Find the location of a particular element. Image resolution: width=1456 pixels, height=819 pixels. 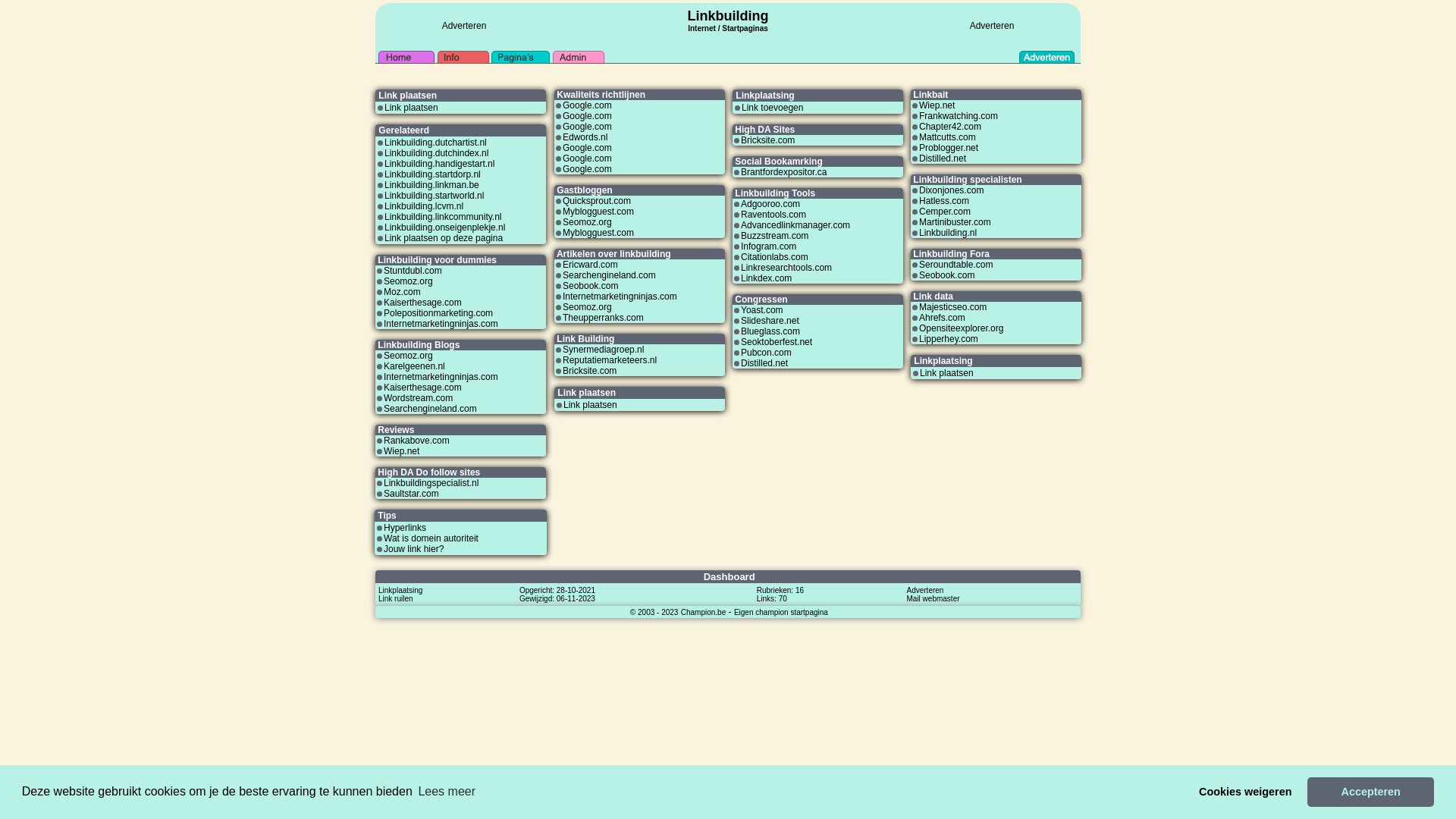

'Ericward.com' is located at coordinates (589, 263).